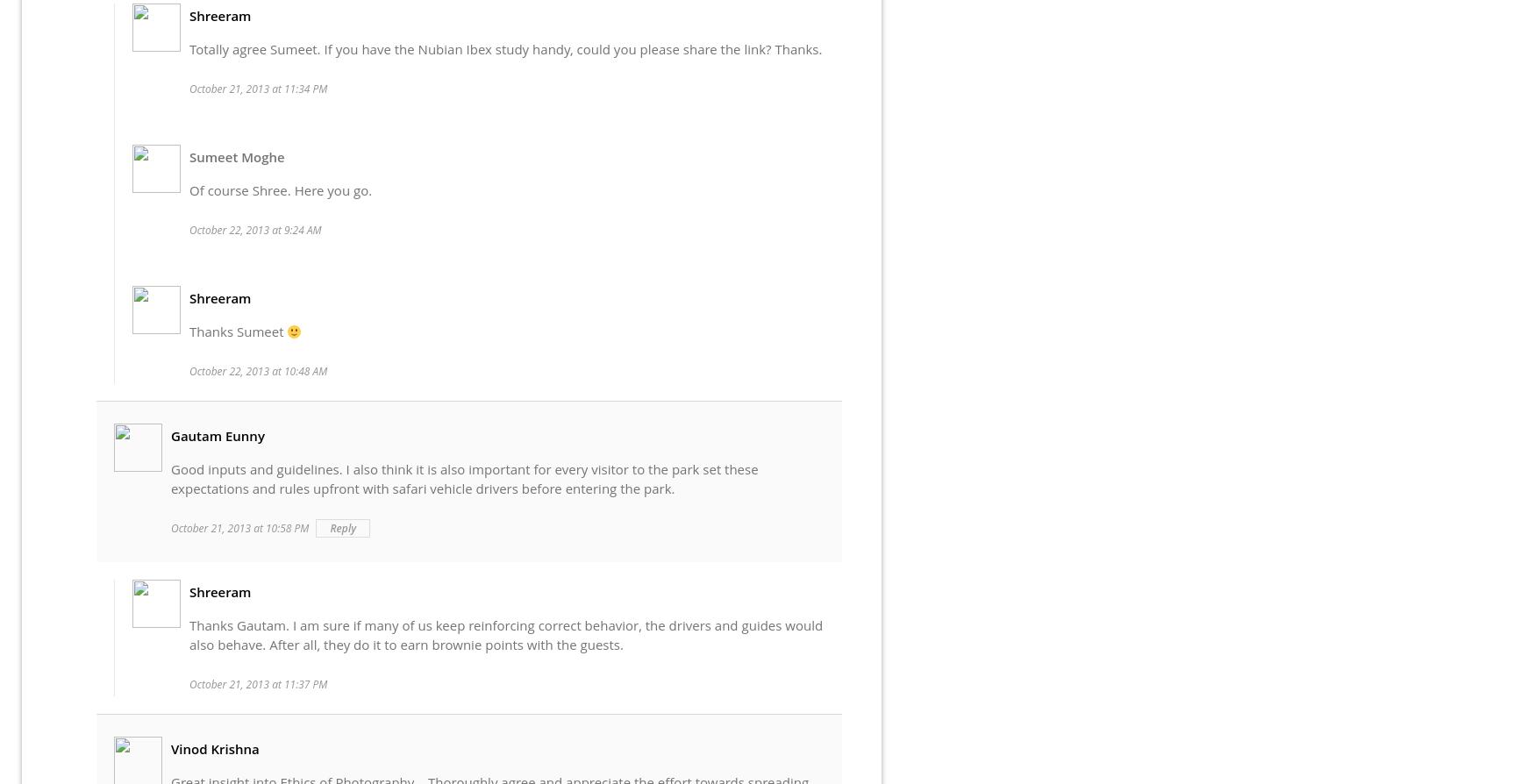  Describe the element at coordinates (240, 189) in the screenshot. I see `'Of course Shree.'` at that location.